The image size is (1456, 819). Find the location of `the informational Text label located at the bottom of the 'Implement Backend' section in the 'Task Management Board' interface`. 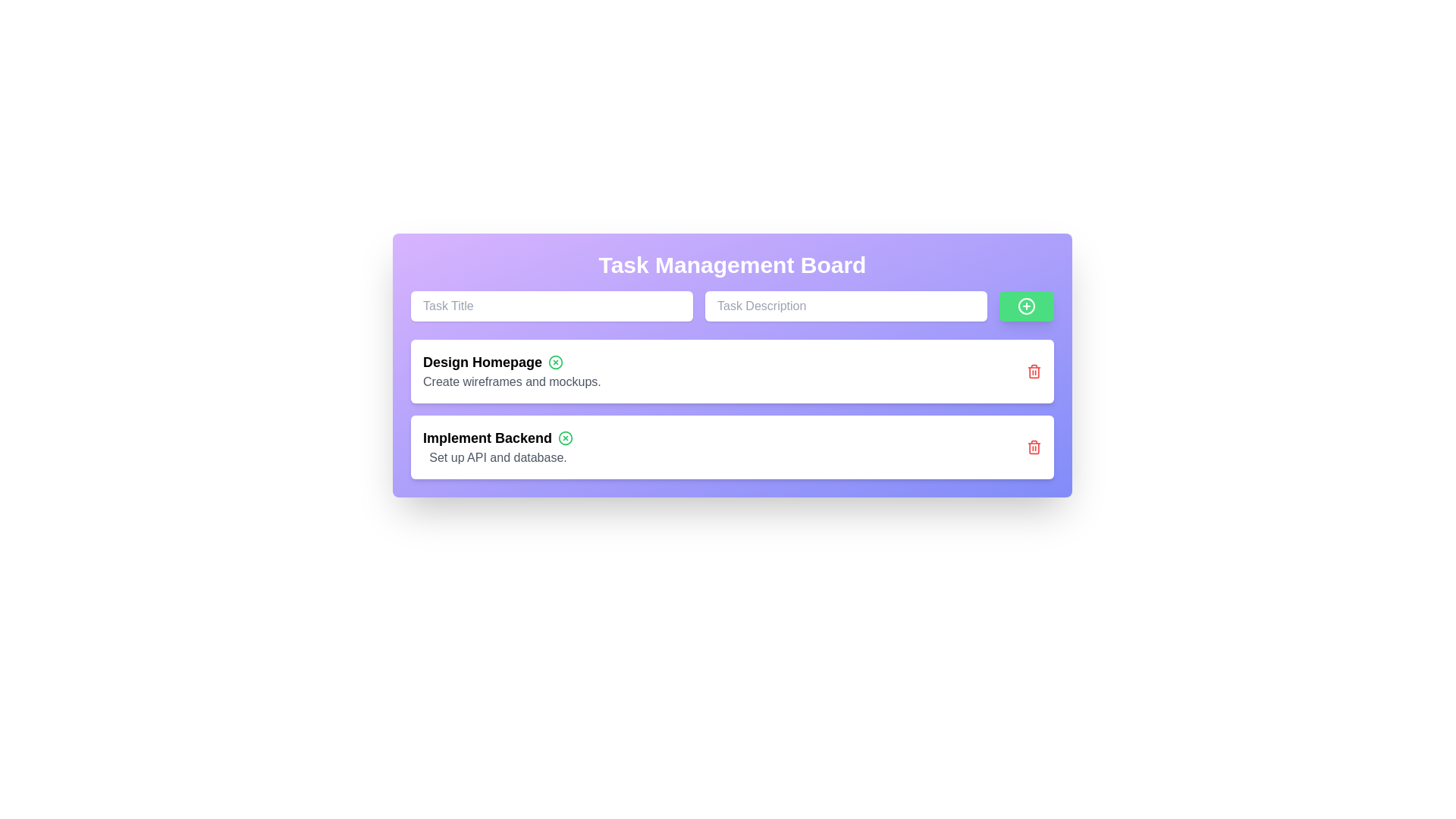

the informational Text label located at the bottom of the 'Implement Backend' section in the 'Task Management Board' interface is located at coordinates (498, 457).